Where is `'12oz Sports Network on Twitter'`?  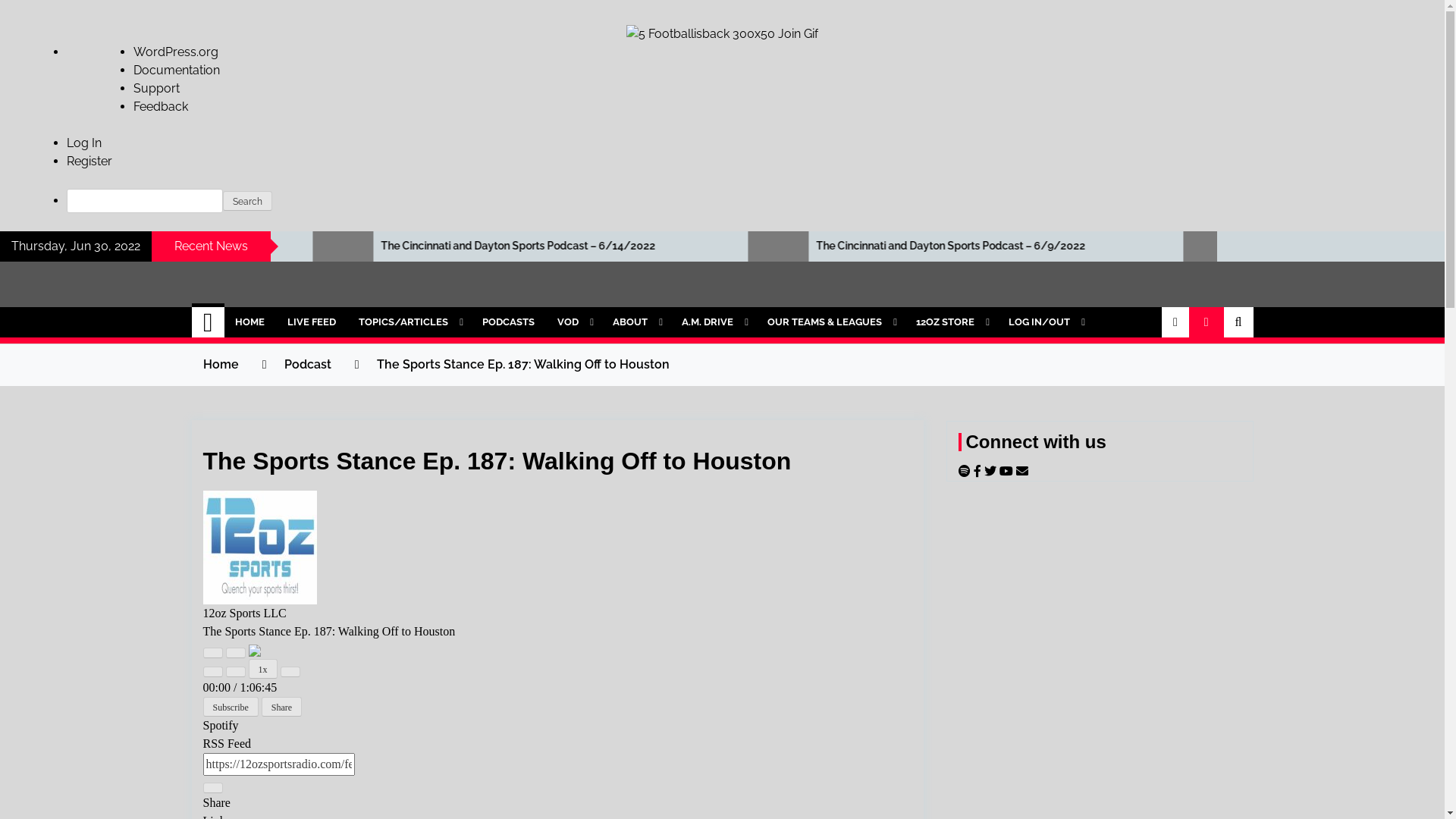 '12oz Sports Network on Twitter' is located at coordinates (984, 470).